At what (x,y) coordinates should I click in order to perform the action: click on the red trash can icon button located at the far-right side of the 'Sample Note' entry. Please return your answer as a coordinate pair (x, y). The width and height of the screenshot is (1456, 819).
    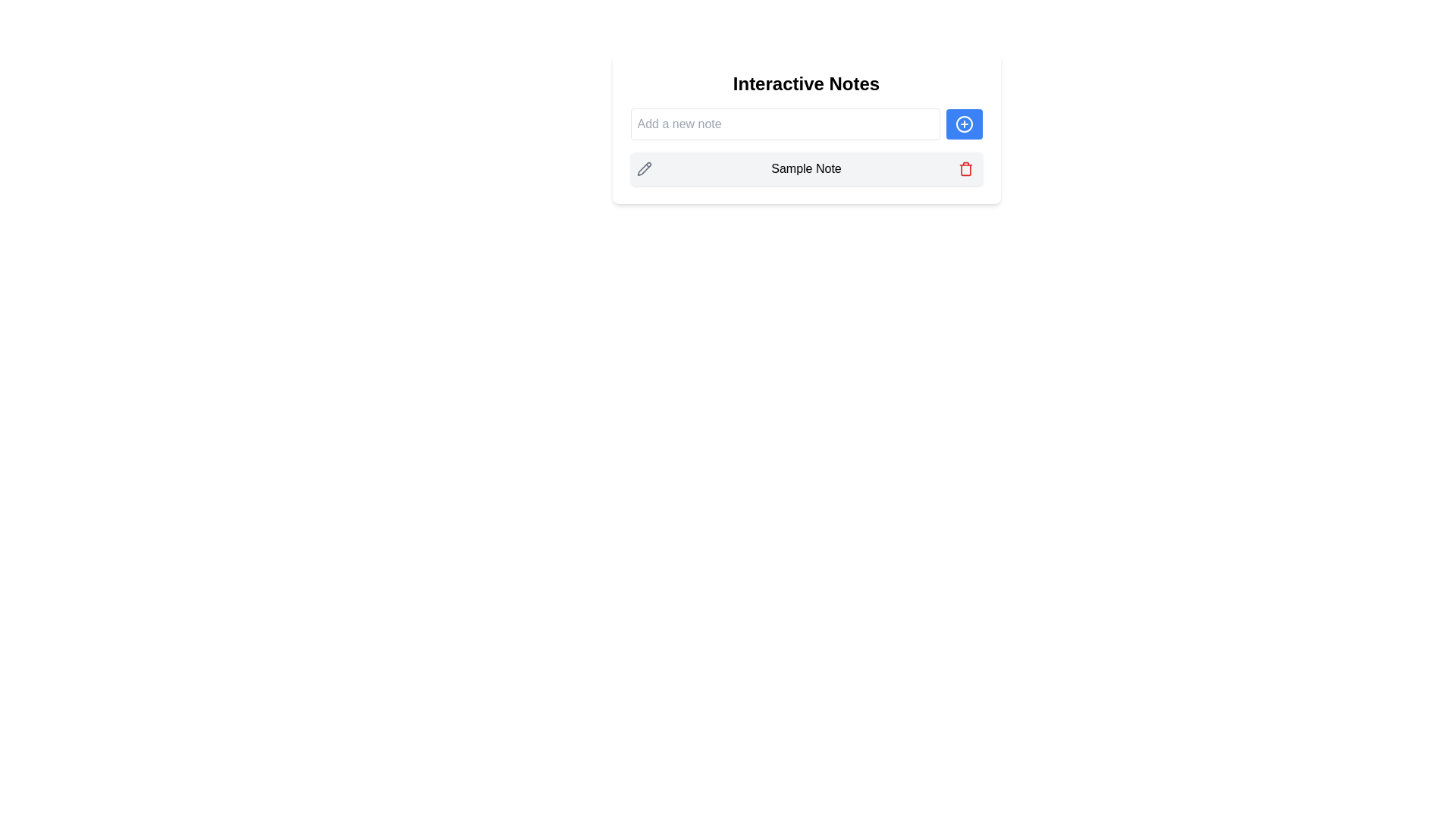
    Looking at the image, I should click on (965, 169).